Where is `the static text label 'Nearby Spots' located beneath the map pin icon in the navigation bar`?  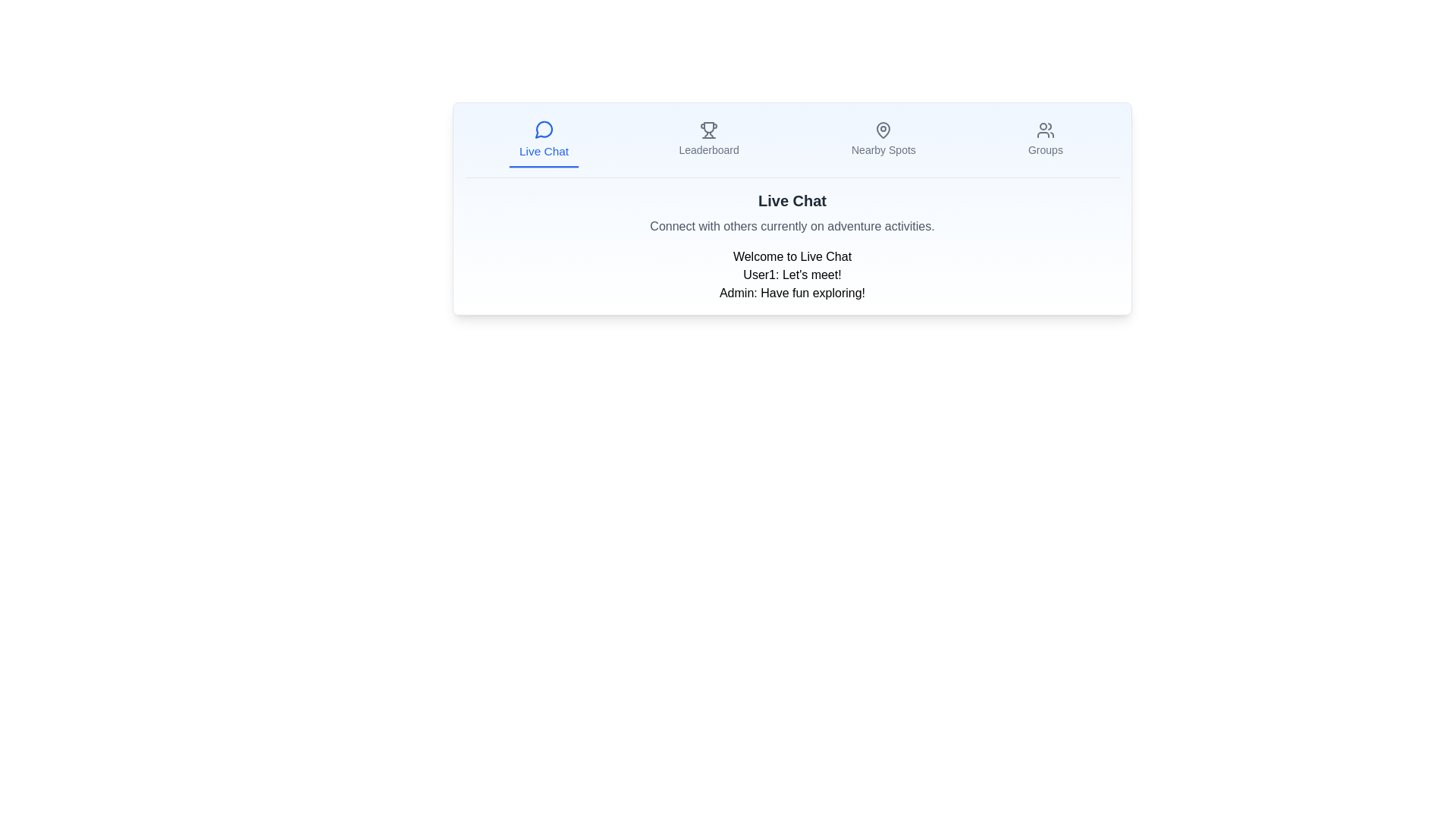
the static text label 'Nearby Spots' located beneath the map pin icon in the navigation bar is located at coordinates (883, 149).